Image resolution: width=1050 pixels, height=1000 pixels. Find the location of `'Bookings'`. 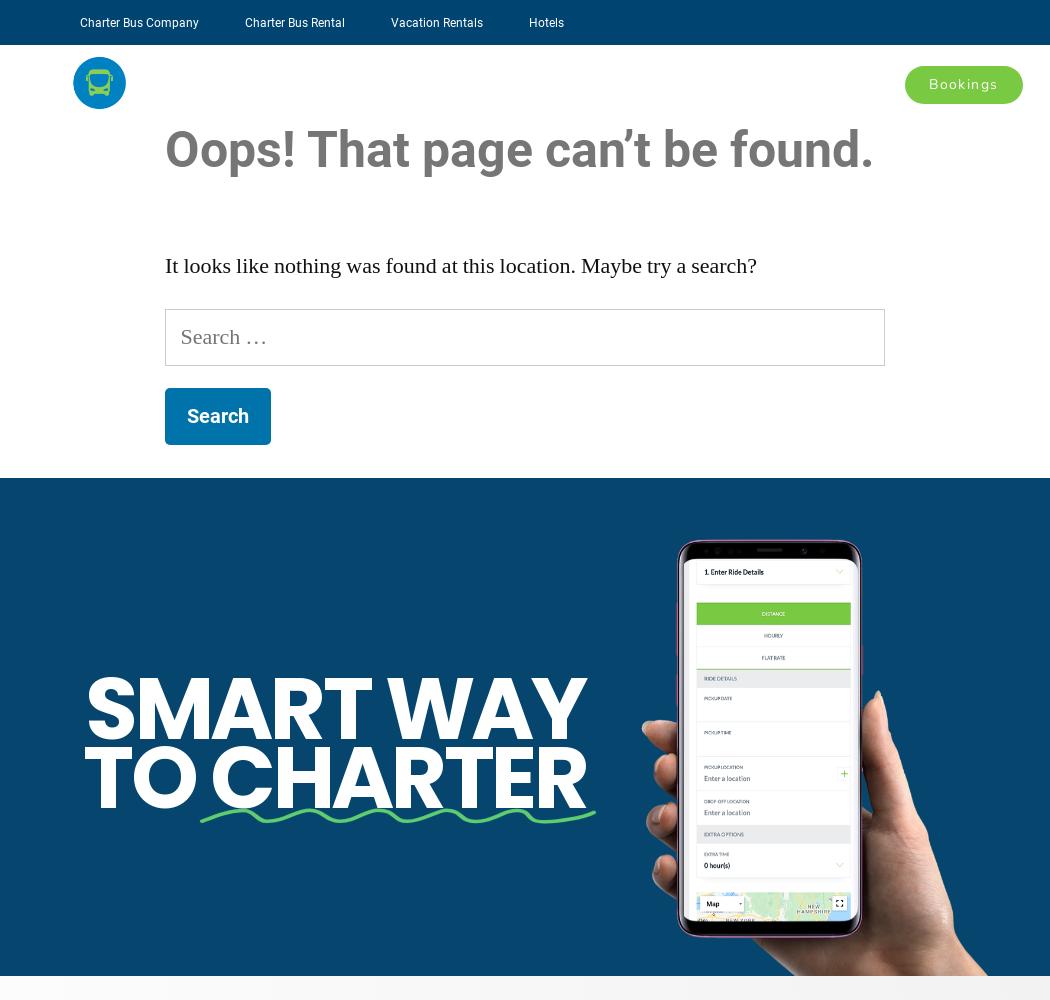

'Bookings' is located at coordinates (962, 82).